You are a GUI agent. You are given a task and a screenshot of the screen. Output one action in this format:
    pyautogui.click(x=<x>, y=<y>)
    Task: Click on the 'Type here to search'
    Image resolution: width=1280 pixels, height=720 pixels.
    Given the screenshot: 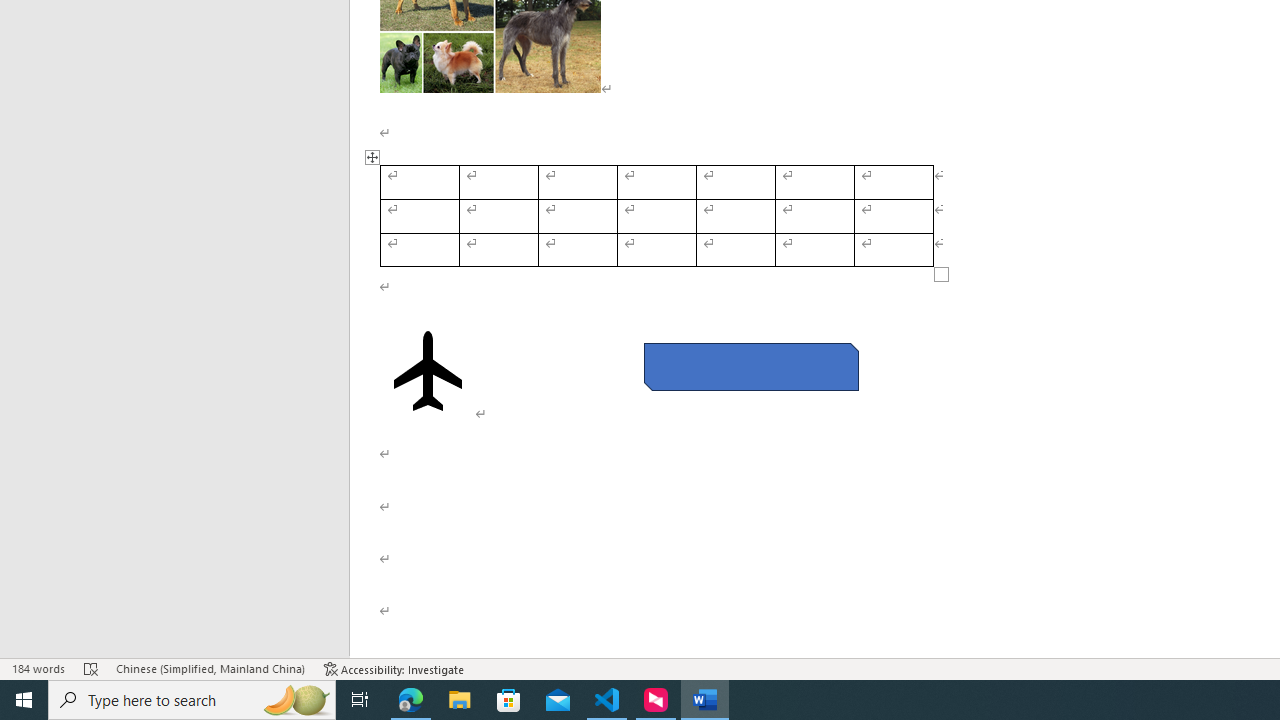 What is the action you would take?
    pyautogui.click(x=192, y=698)
    